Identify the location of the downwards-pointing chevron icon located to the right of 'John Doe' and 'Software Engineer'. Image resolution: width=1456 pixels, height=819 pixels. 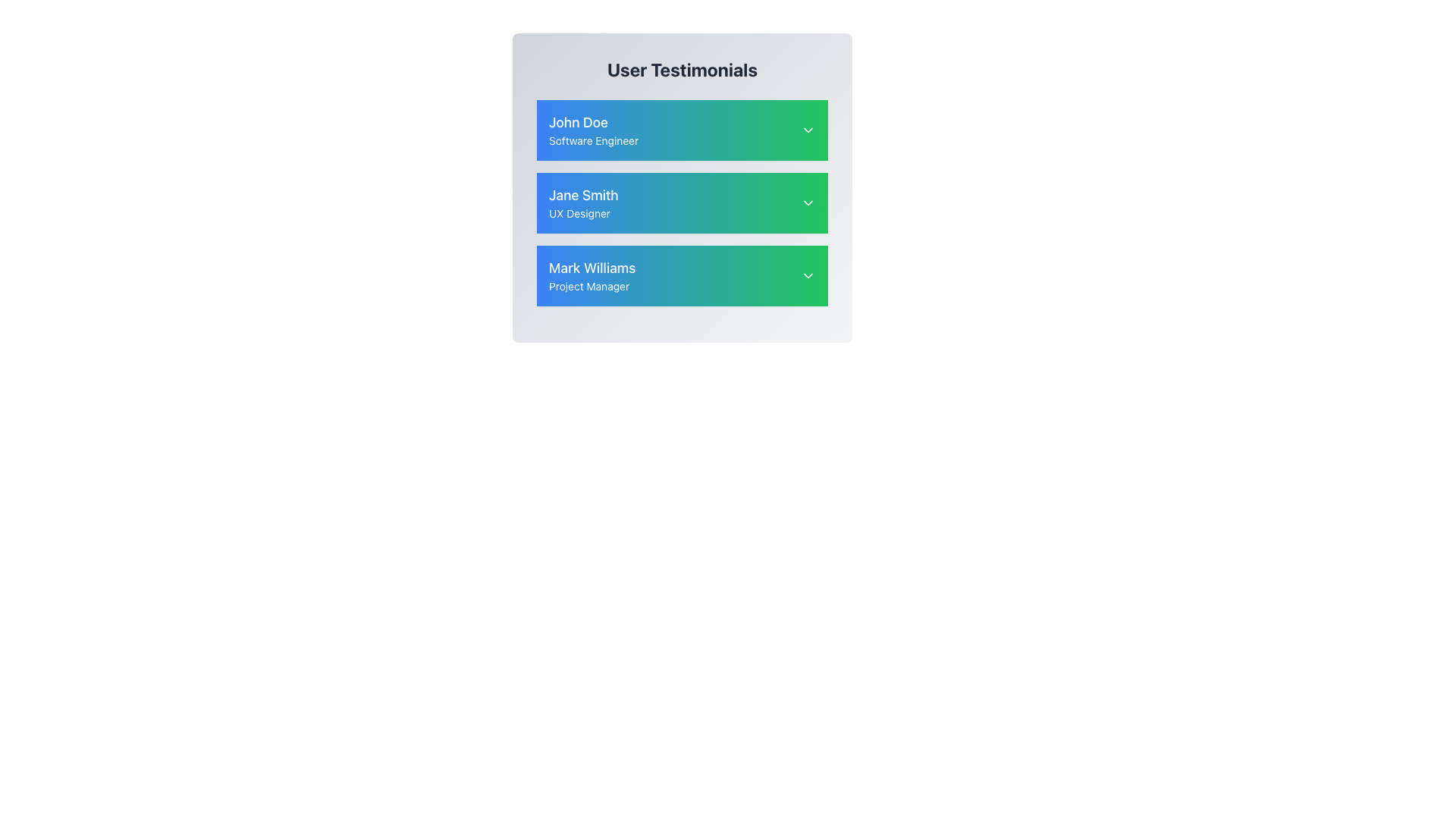
(807, 130).